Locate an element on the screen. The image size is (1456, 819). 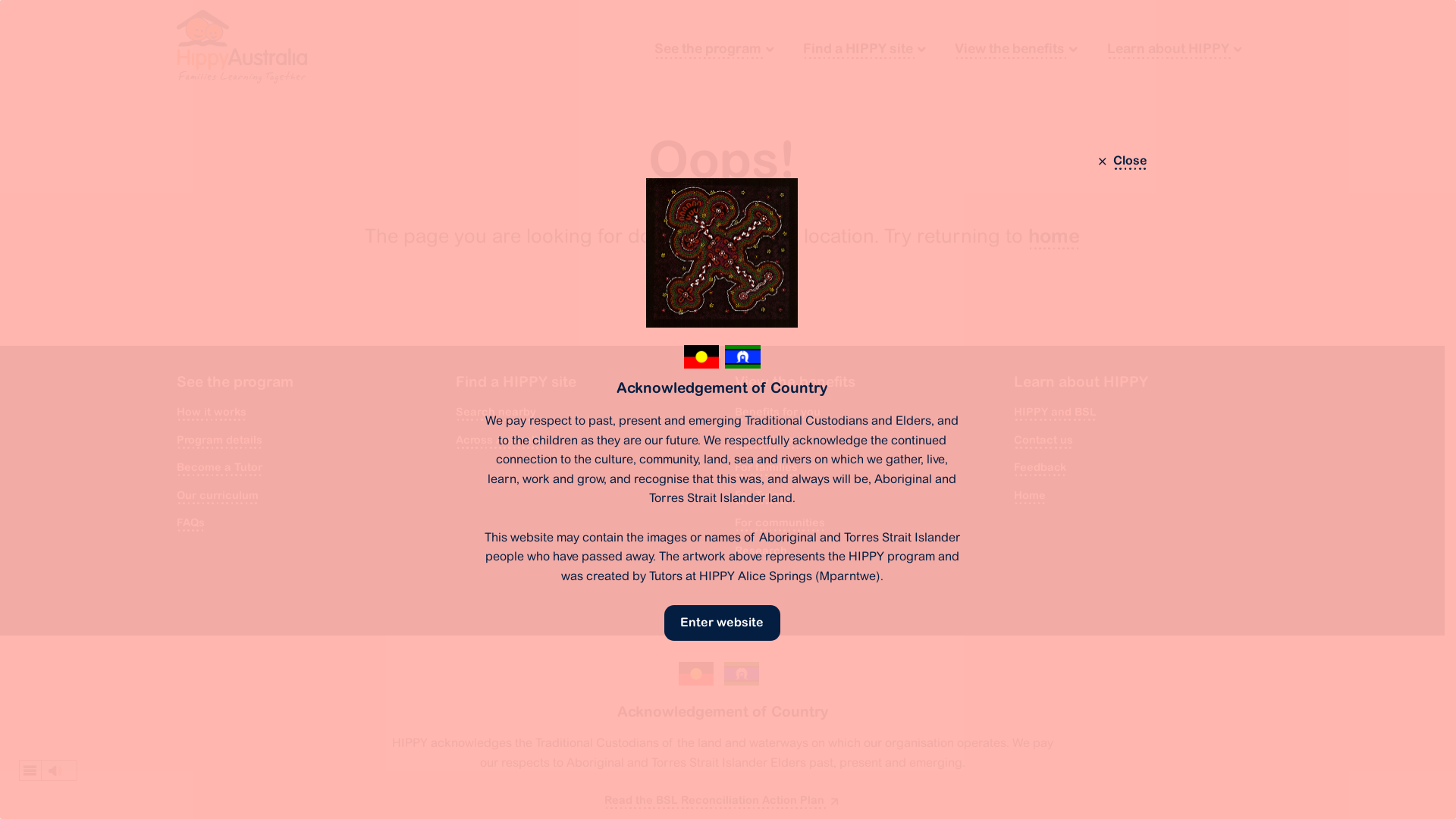
'For families' is located at coordinates (734, 467).